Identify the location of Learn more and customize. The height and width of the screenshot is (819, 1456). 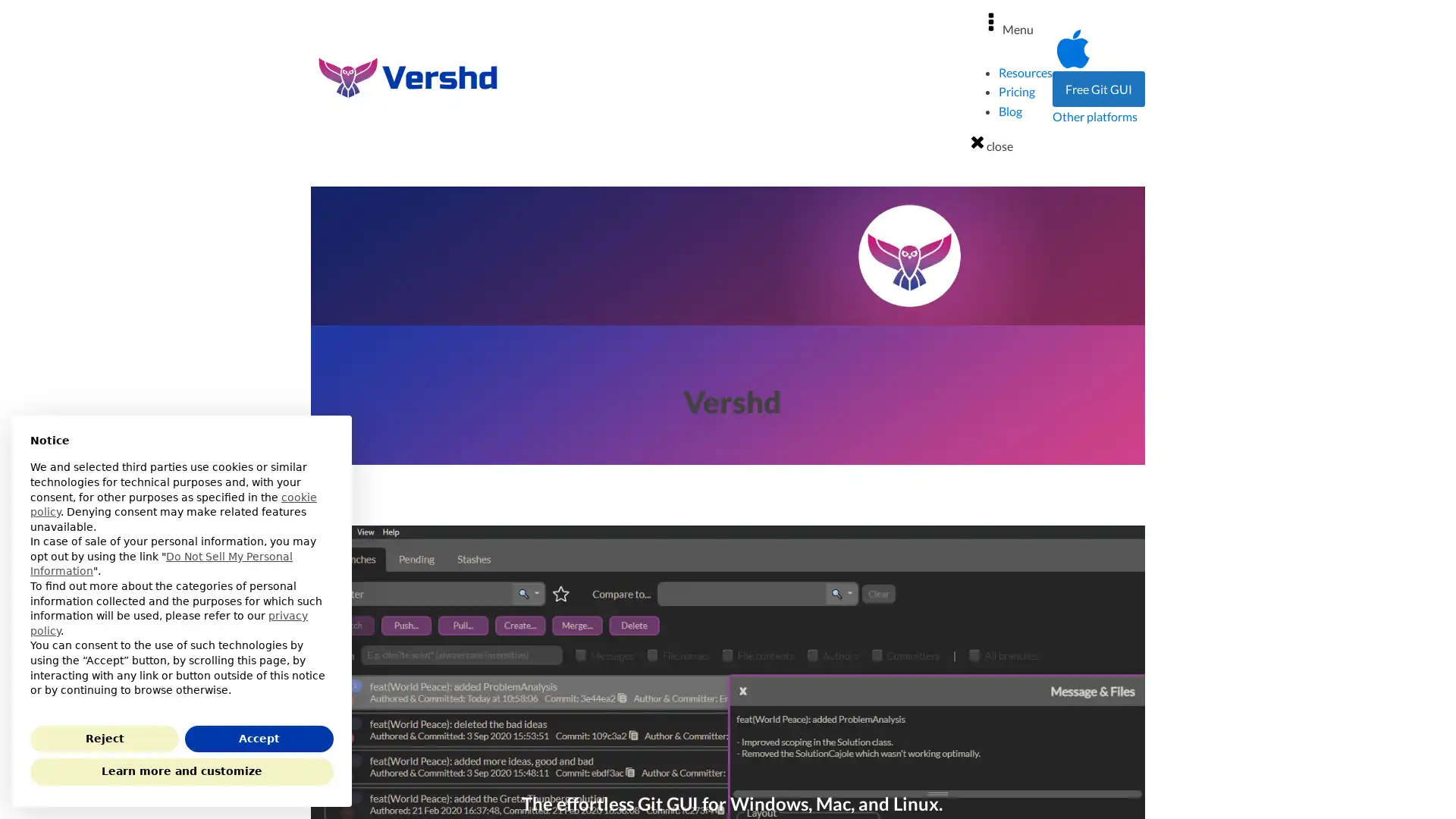
(182, 772).